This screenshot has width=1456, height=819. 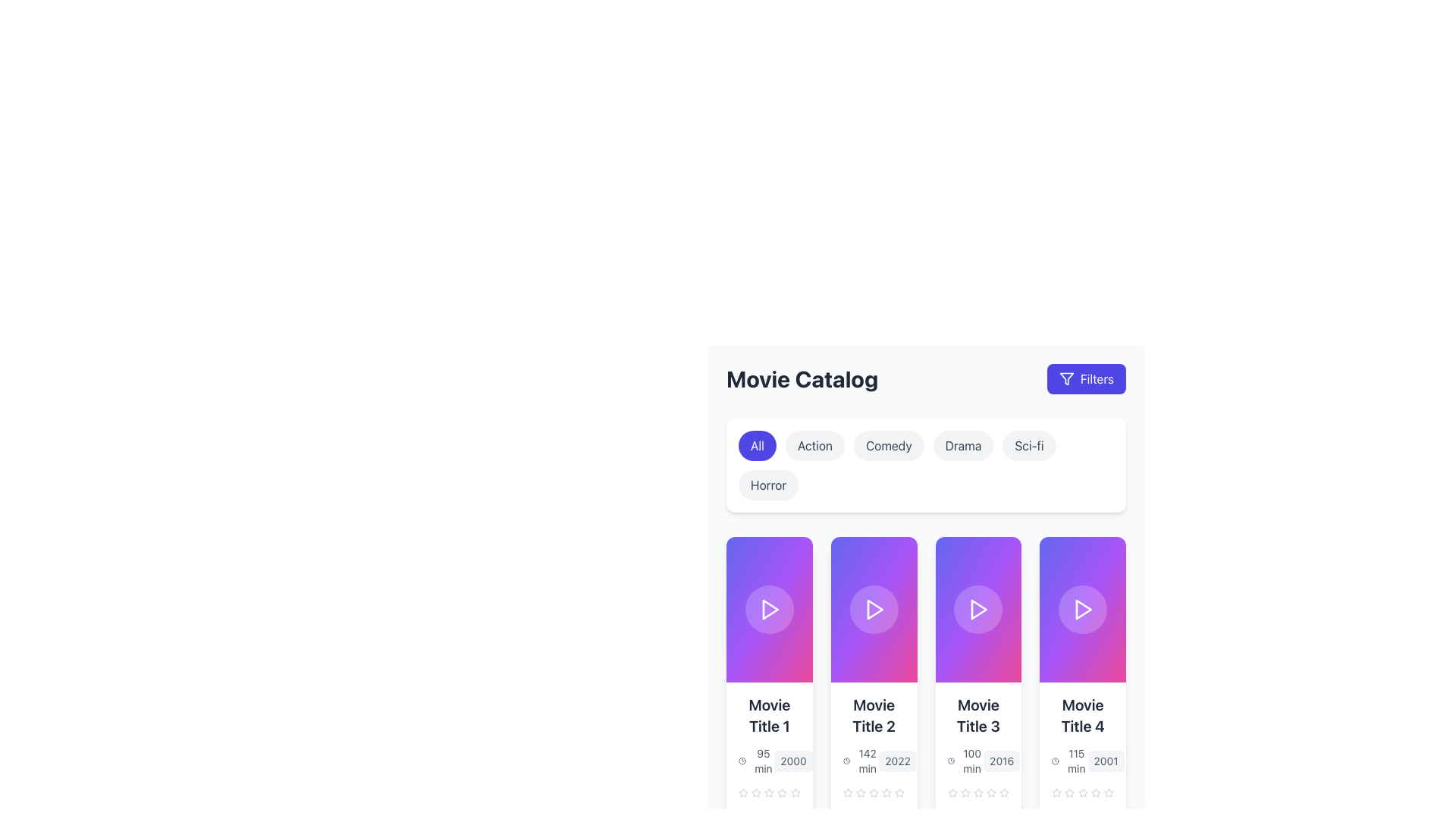 I want to click on the information displayed in the label '142 min 2022' which is part of the second movie card titled 'Movie Title 2', so click(x=874, y=761).